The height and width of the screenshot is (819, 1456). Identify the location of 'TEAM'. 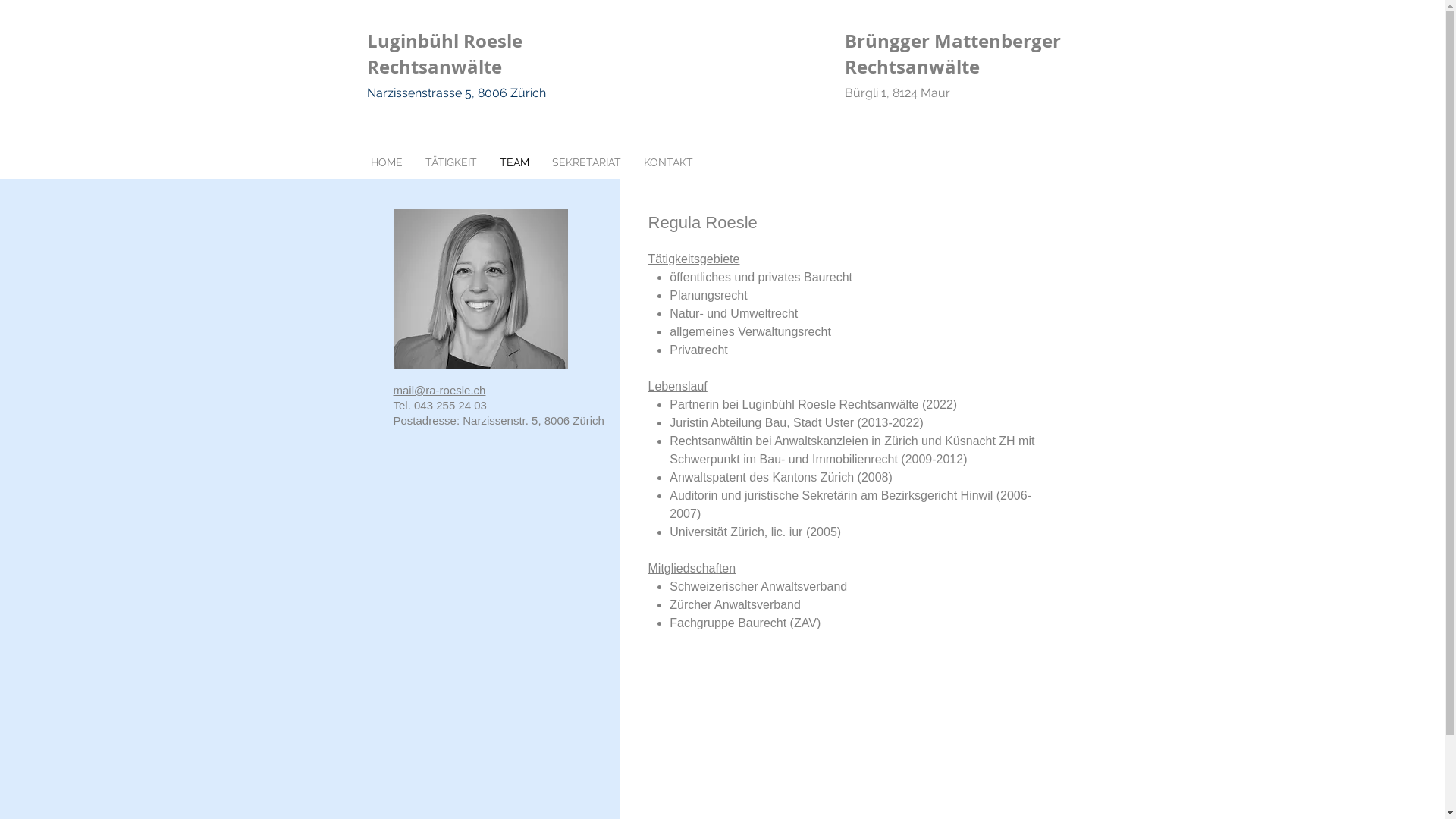
(514, 162).